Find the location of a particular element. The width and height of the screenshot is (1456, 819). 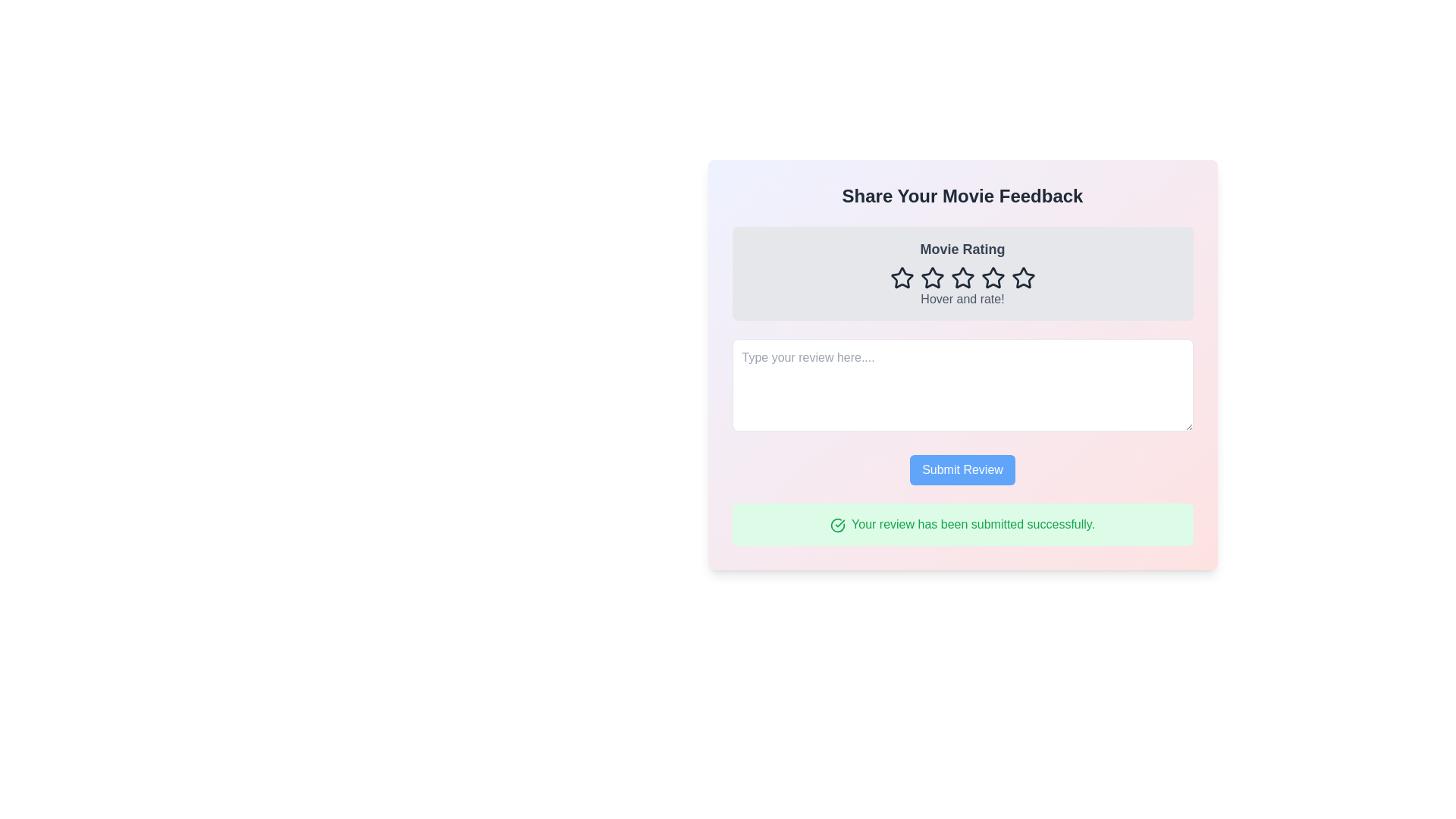

the success icon located within the green background message box at the bottom of the main interface is located at coordinates (836, 524).